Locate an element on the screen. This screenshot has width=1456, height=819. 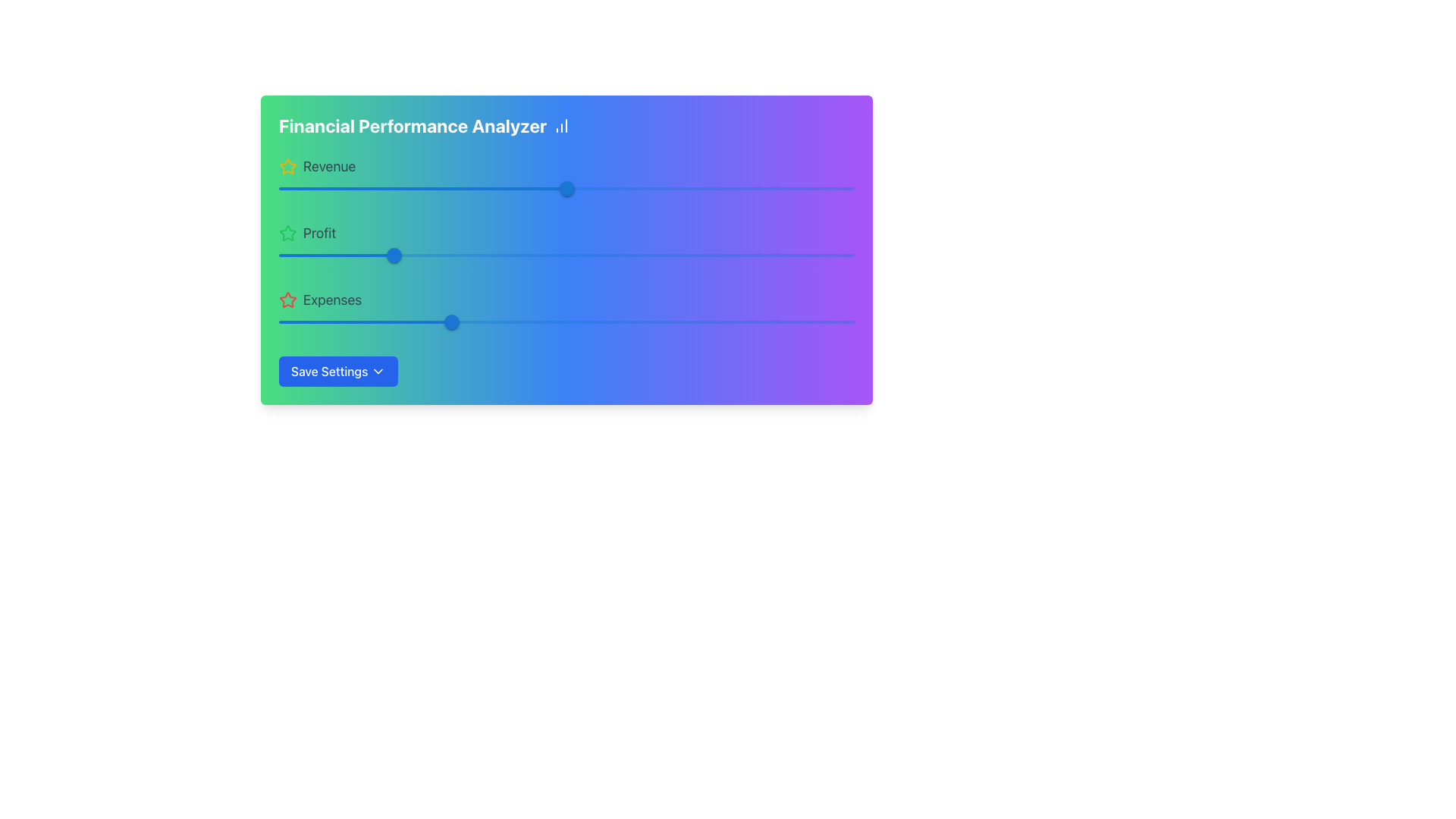
the second star icon indicating the 'Profit' section, which is positioned vertically between the 'Revenue' and 'Expenses' star icons is located at coordinates (287, 233).